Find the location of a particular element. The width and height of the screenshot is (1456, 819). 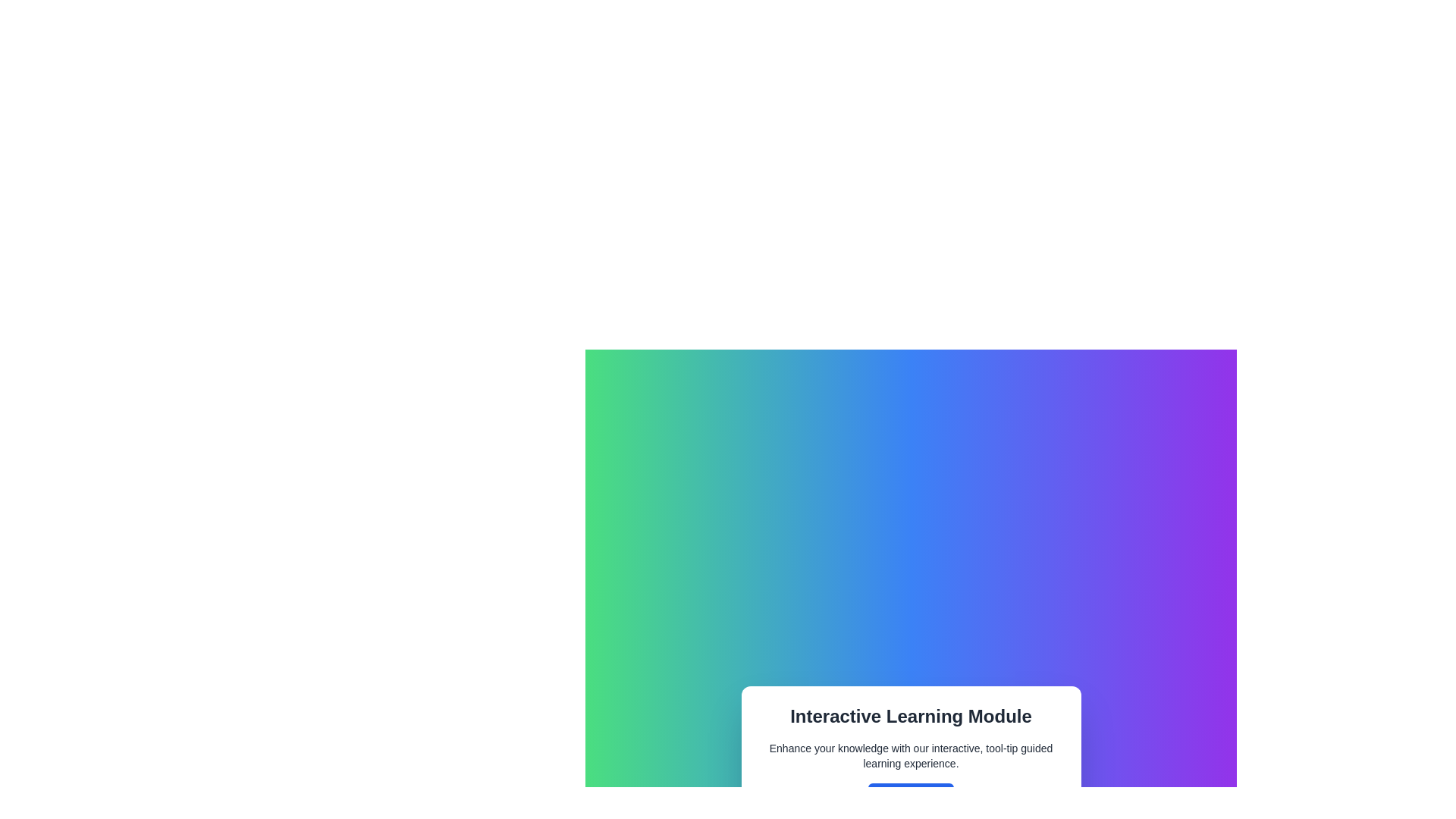

the Interactive Composite Component located at the center bottom section of the 'Interactive Learning Module' card layout to interact with the tooltip is located at coordinates (910, 798).